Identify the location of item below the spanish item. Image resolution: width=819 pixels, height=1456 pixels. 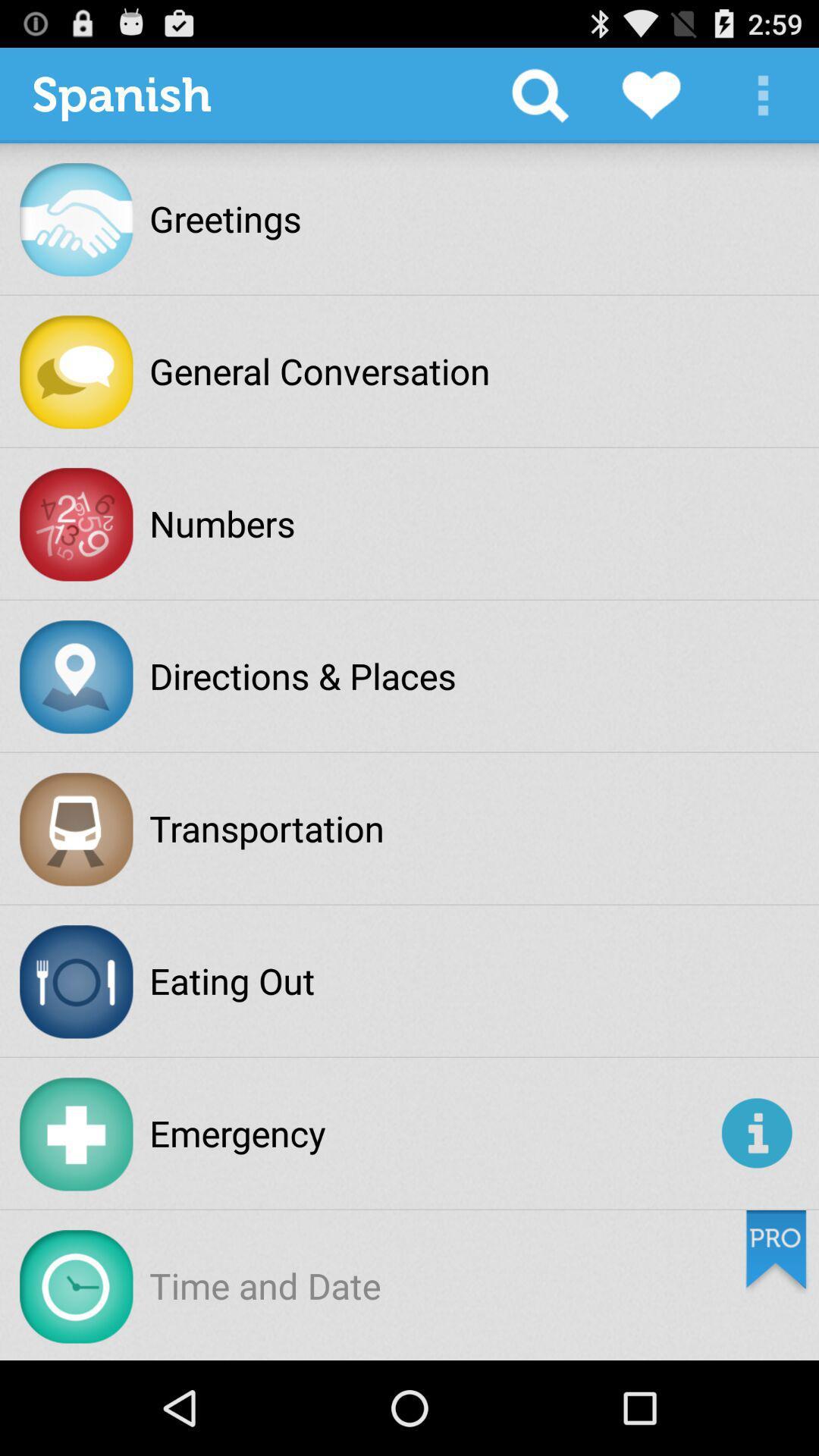
(225, 218).